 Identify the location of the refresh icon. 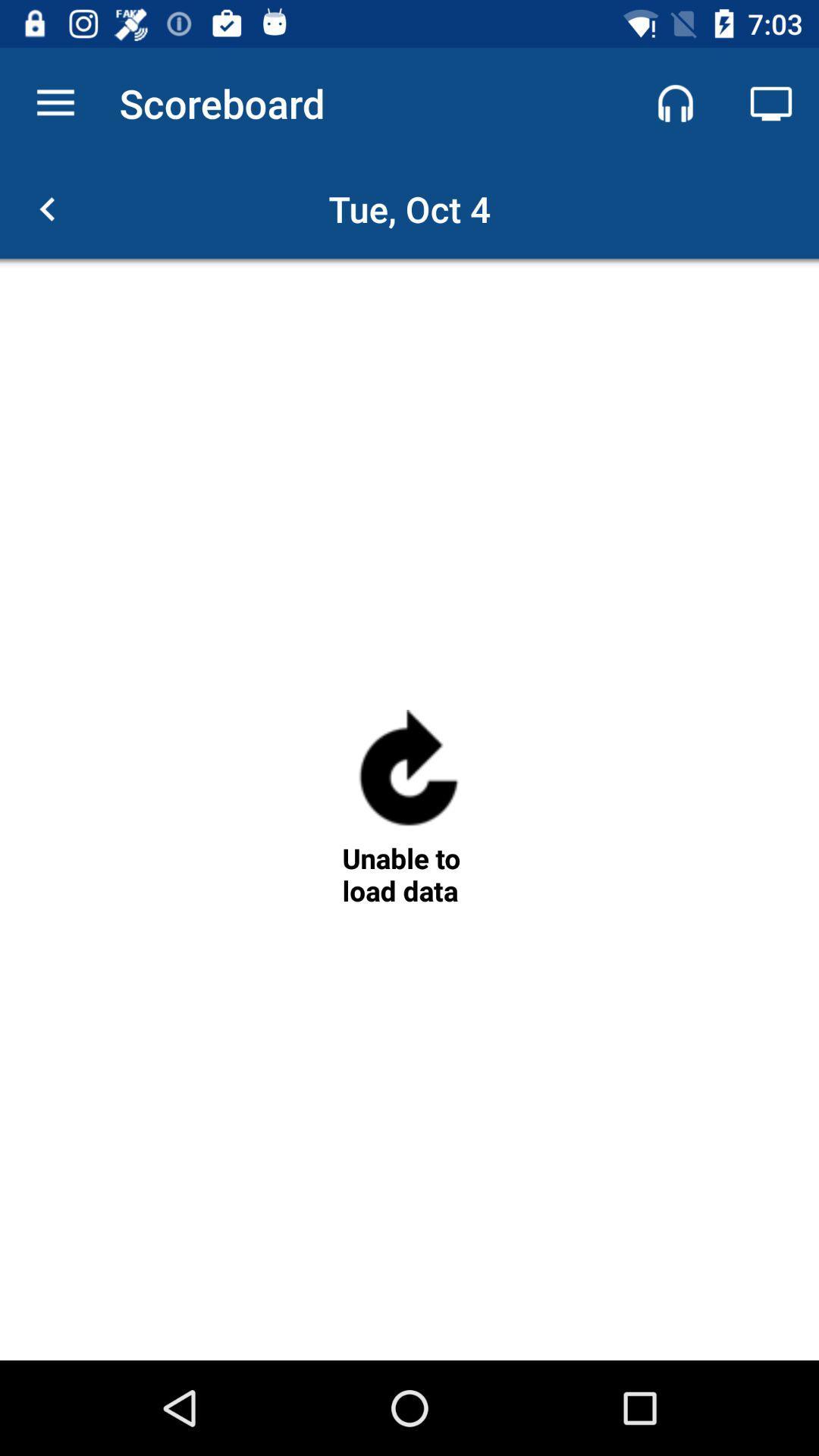
(408, 774).